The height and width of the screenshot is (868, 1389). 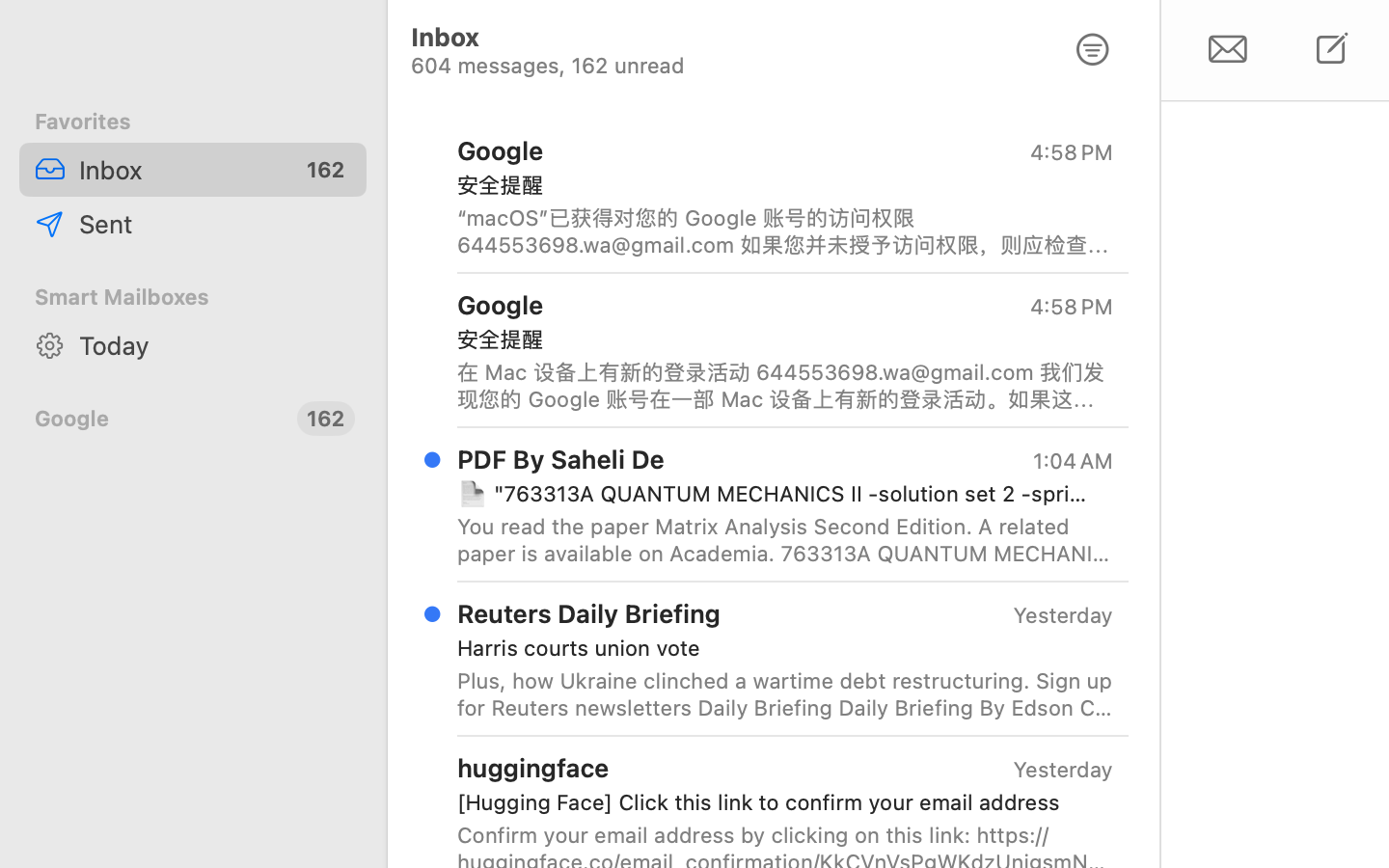 I want to click on 'Smart Mailboxes', so click(x=193, y=295).